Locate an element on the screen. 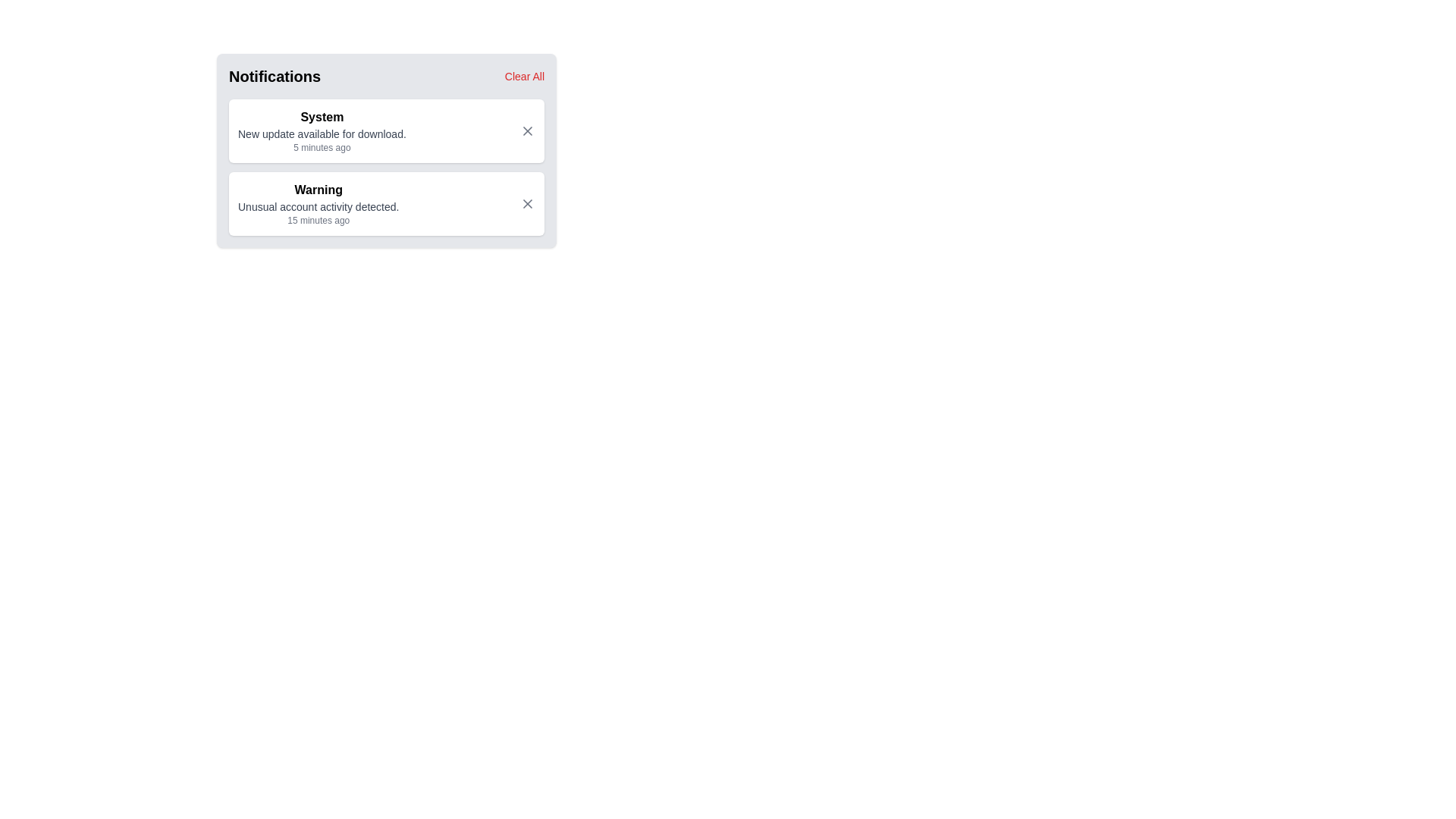  the text element that reads 'Unusual account activity detected.' which is styled with a smaller font size and gray color, located within a notification card beneath a 'Warning' label is located at coordinates (318, 207).